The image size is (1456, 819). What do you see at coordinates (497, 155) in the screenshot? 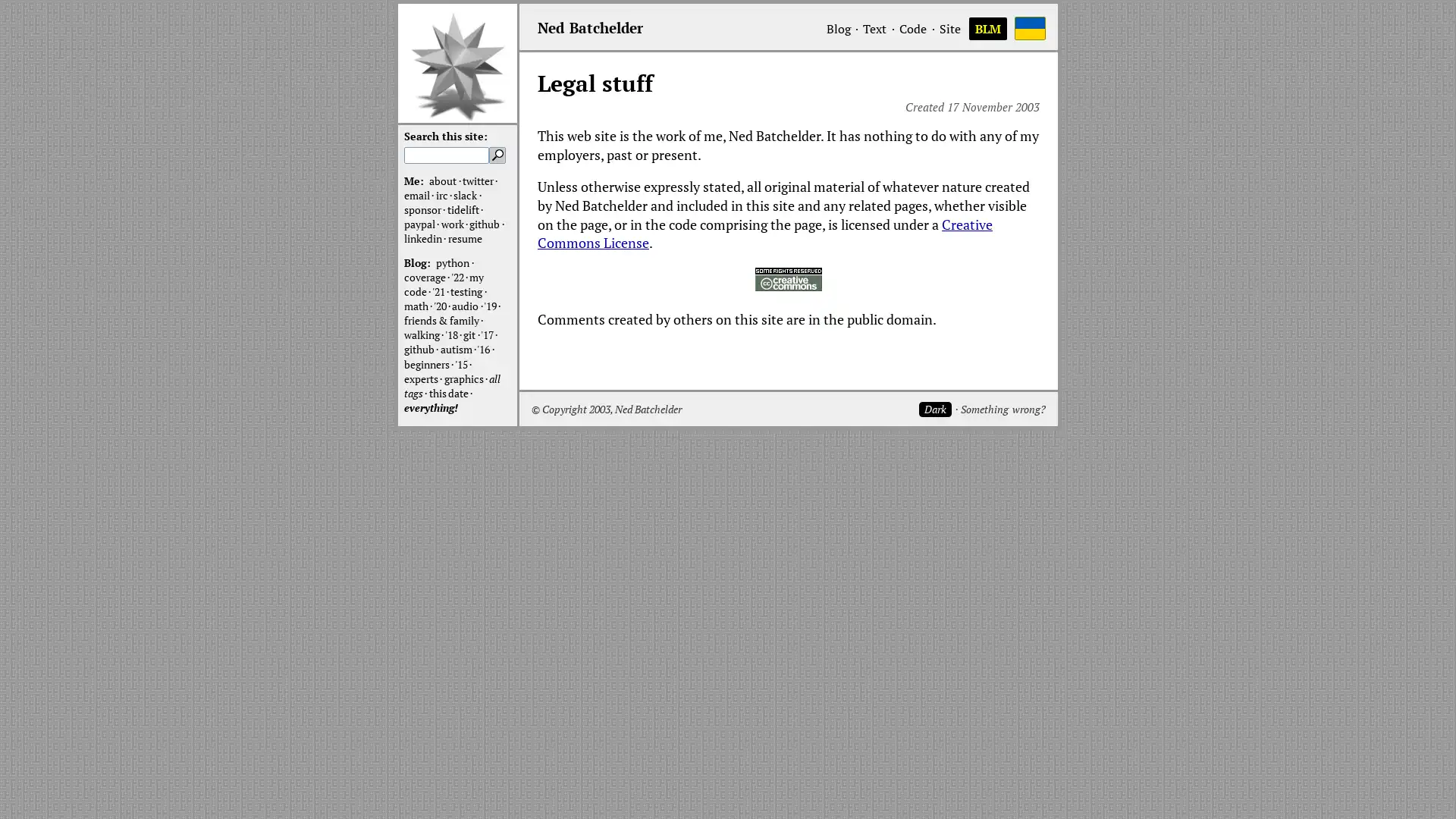
I see `Search` at bounding box center [497, 155].